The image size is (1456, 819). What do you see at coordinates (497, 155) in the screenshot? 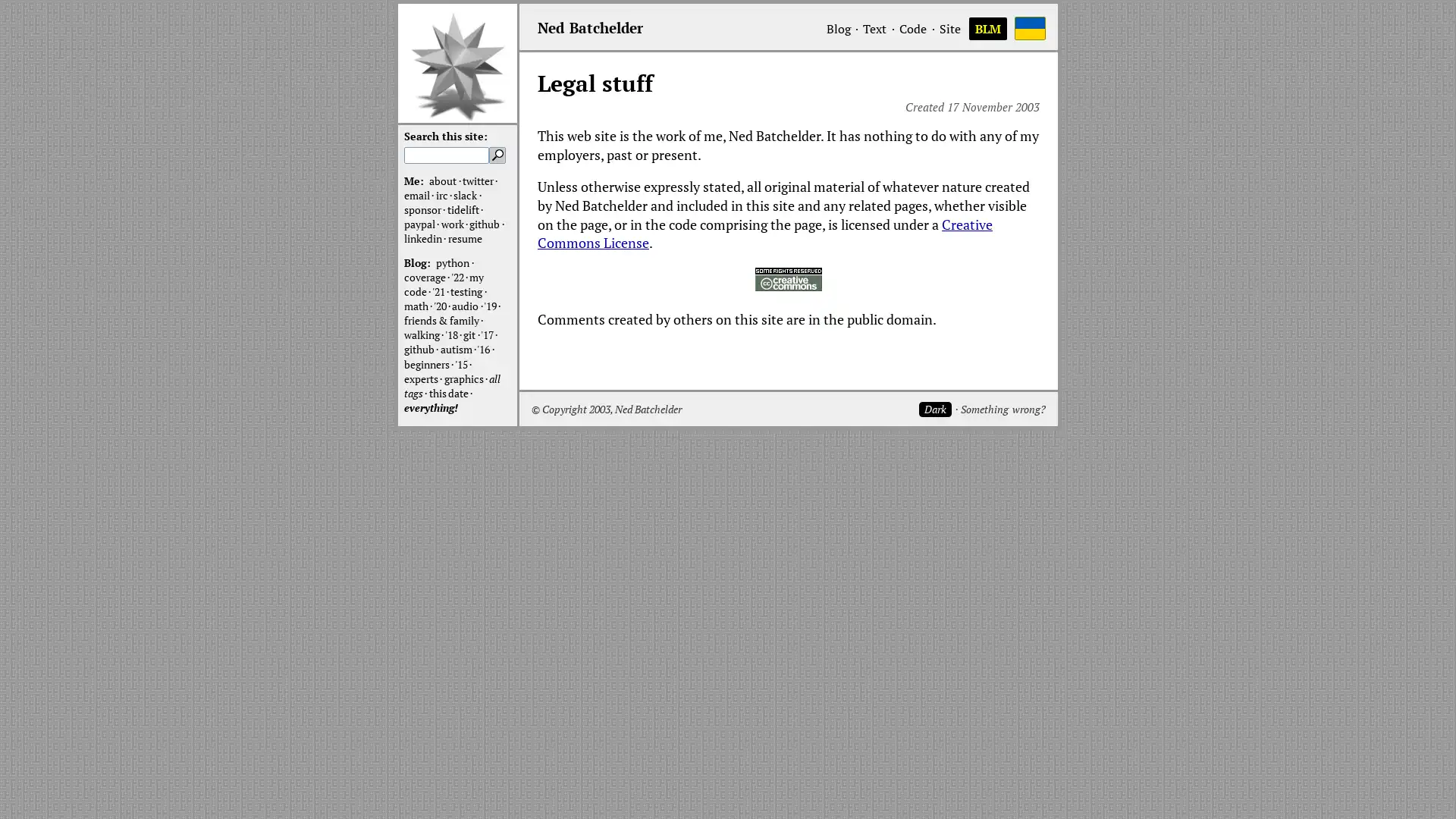
I see `Search` at bounding box center [497, 155].